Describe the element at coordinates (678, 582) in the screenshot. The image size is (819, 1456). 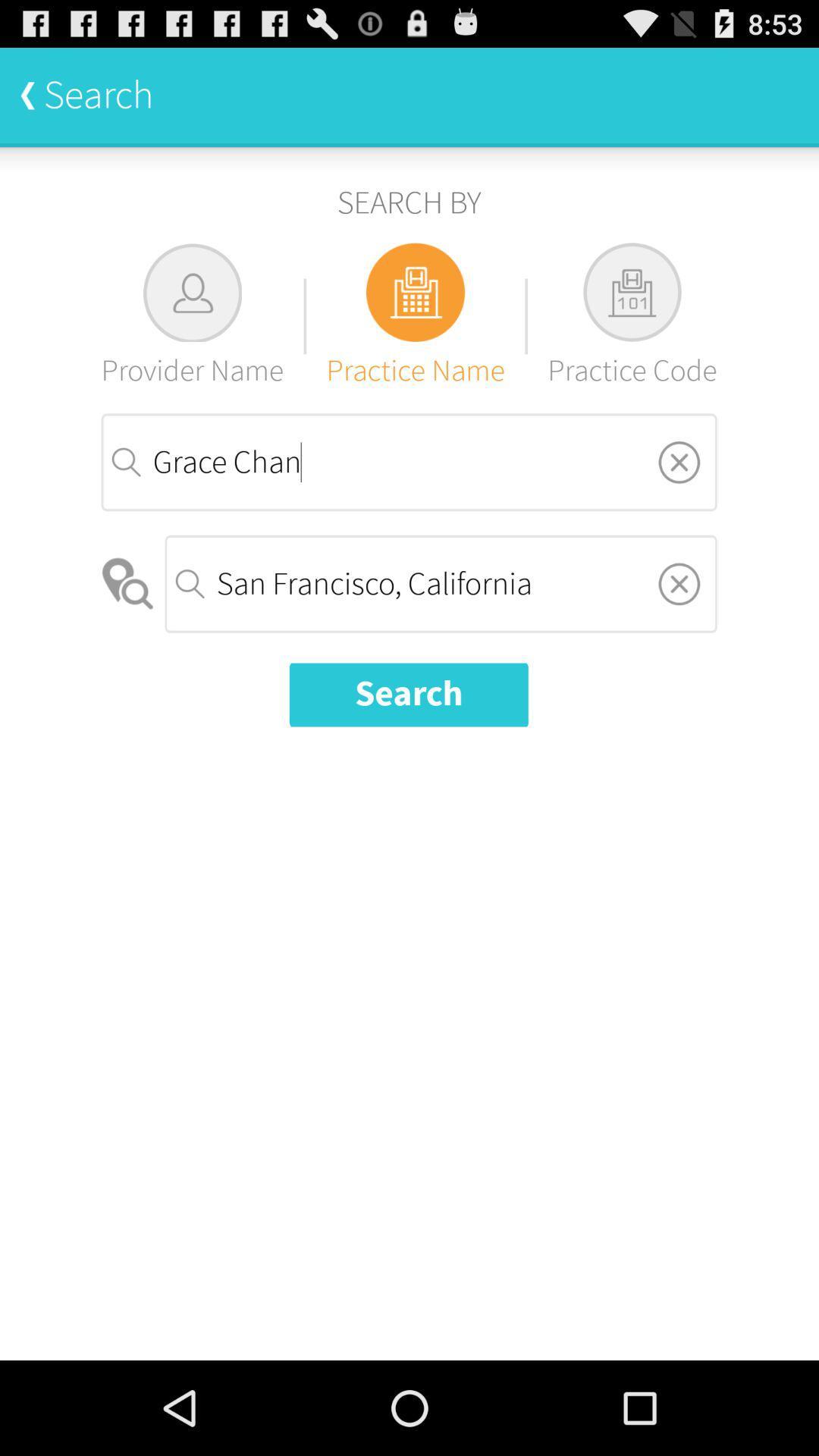
I see `the item on the right` at that location.